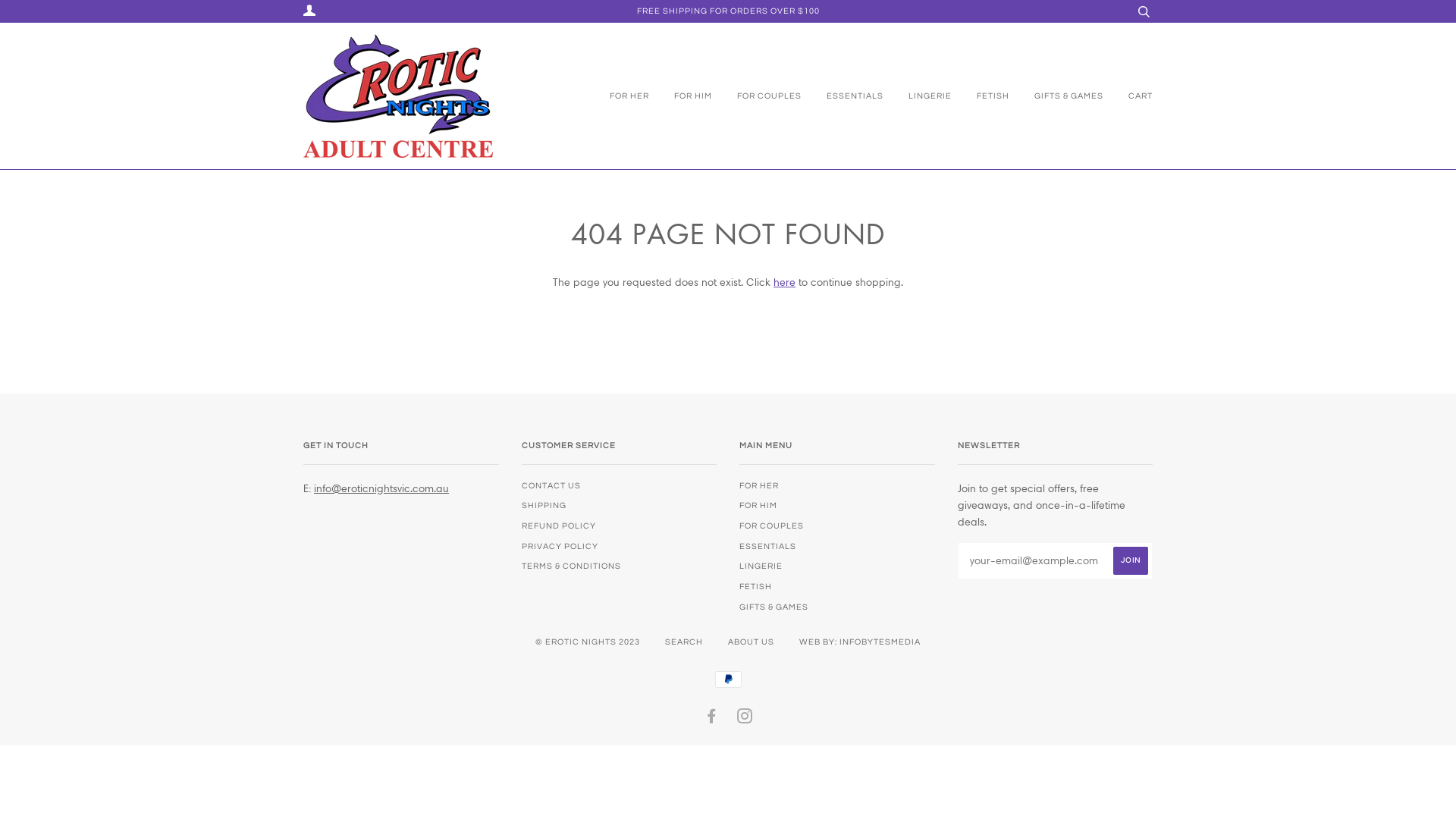 This screenshot has width=1456, height=819. What do you see at coordinates (755, 585) in the screenshot?
I see `'FETISH'` at bounding box center [755, 585].